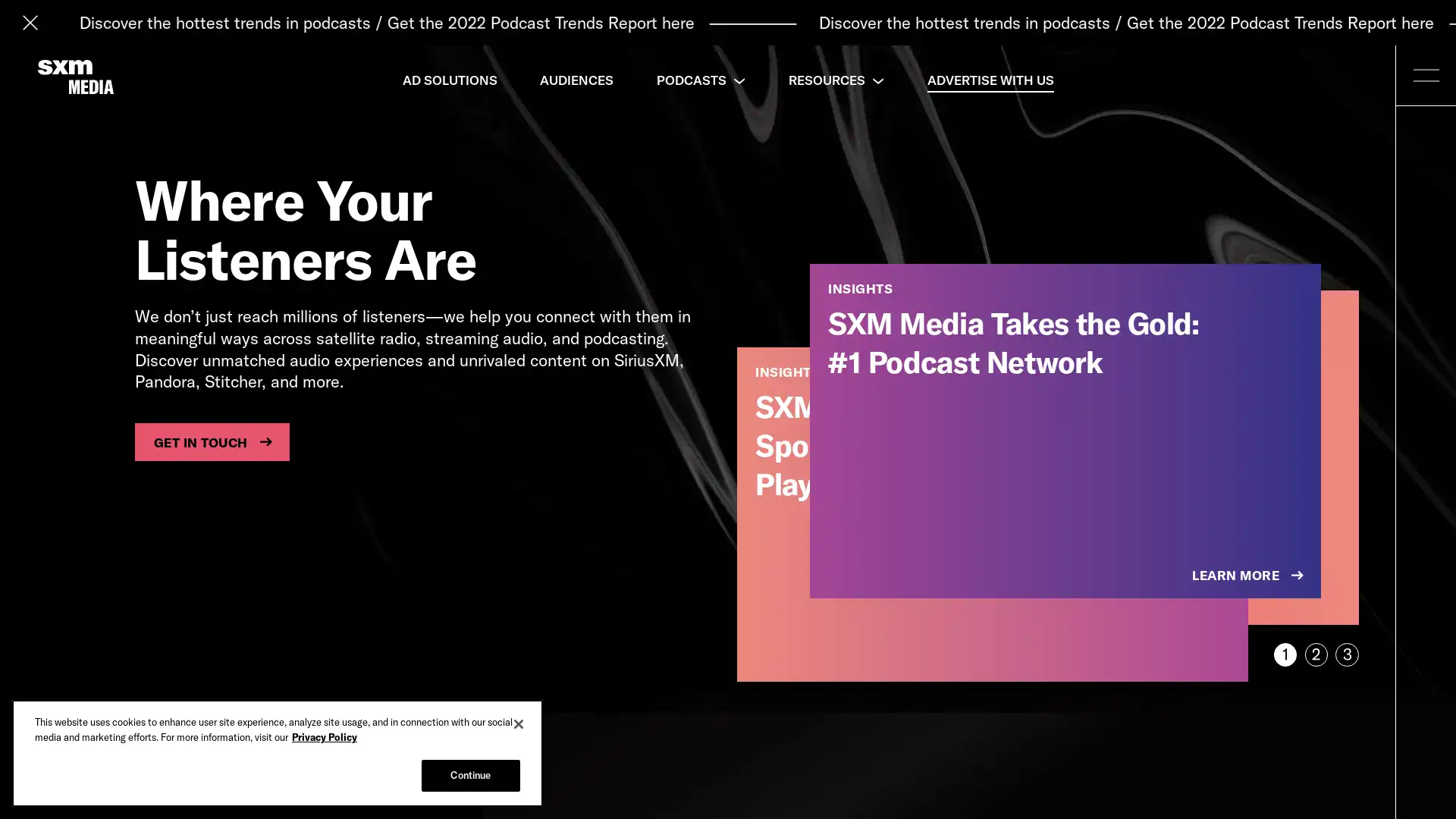 The width and height of the screenshot is (1456, 819). Describe the element at coordinates (469, 775) in the screenshot. I see `Continue` at that location.